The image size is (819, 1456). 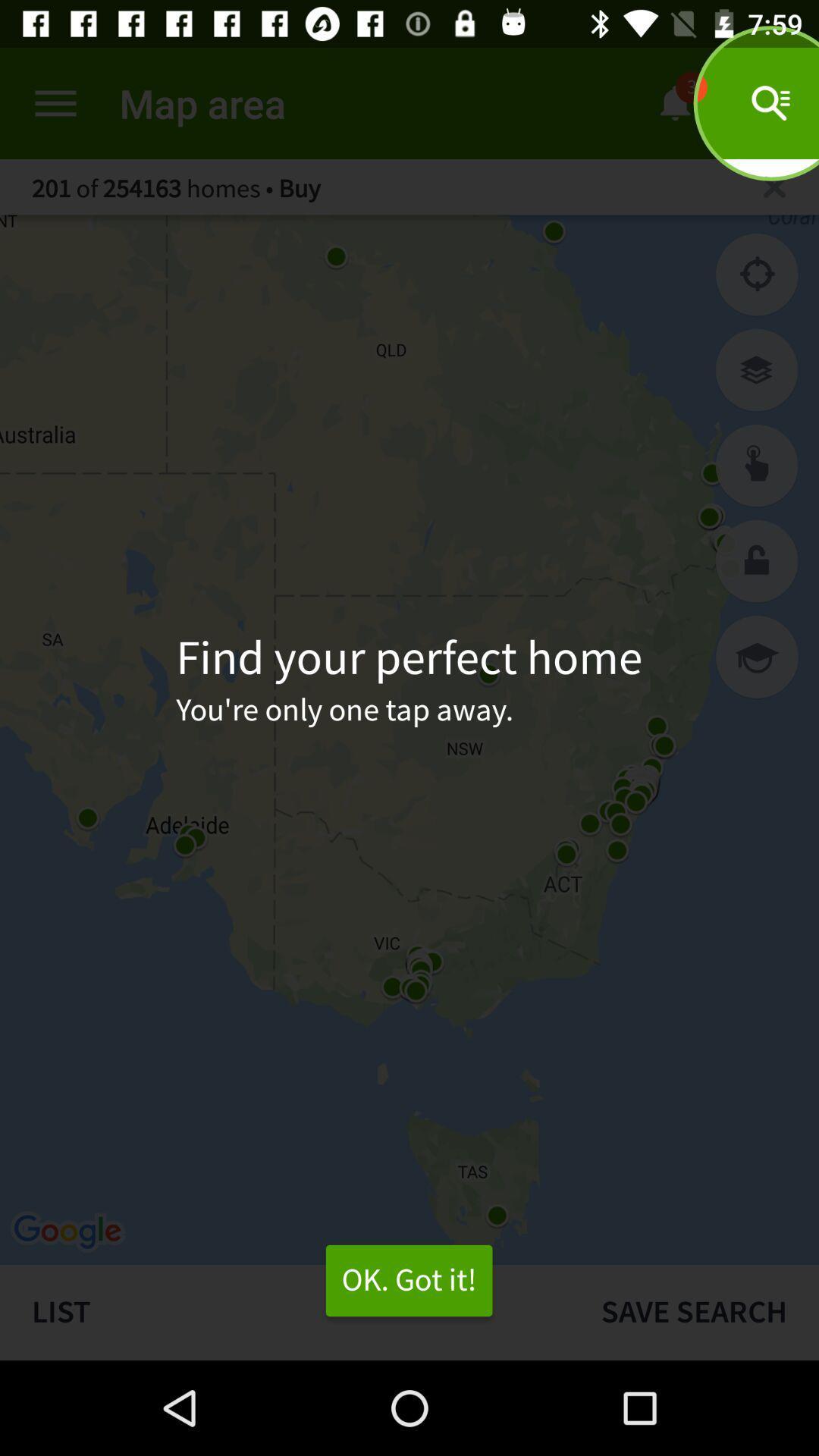 What do you see at coordinates (55, 102) in the screenshot?
I see `the item next to the map area icon` at bounding box center [55, 102].